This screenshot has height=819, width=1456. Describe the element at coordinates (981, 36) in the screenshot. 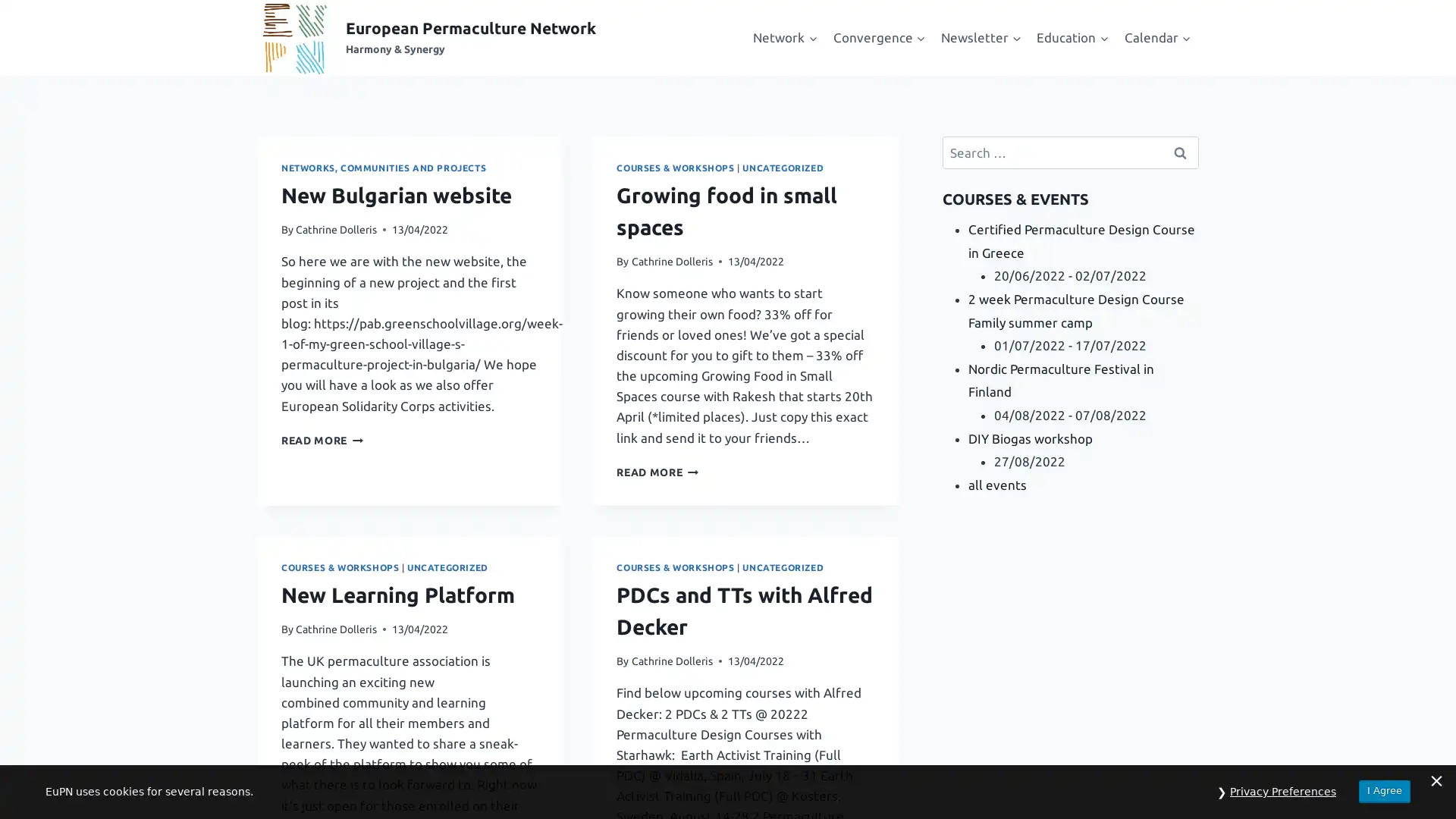

I see `Expand child menu` at that location.